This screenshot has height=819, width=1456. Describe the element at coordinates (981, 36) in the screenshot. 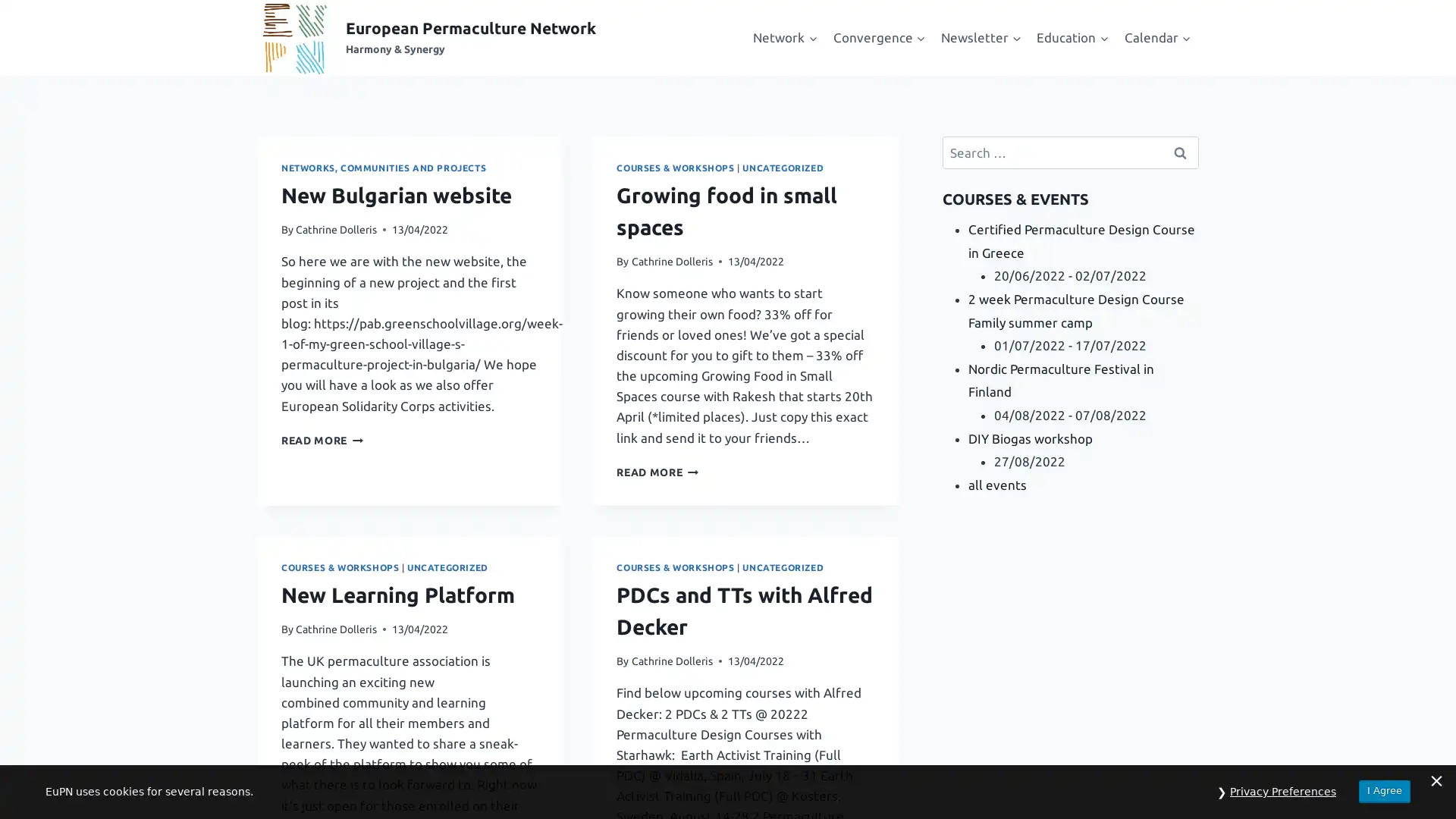

I see `Expand child menu` at that location.